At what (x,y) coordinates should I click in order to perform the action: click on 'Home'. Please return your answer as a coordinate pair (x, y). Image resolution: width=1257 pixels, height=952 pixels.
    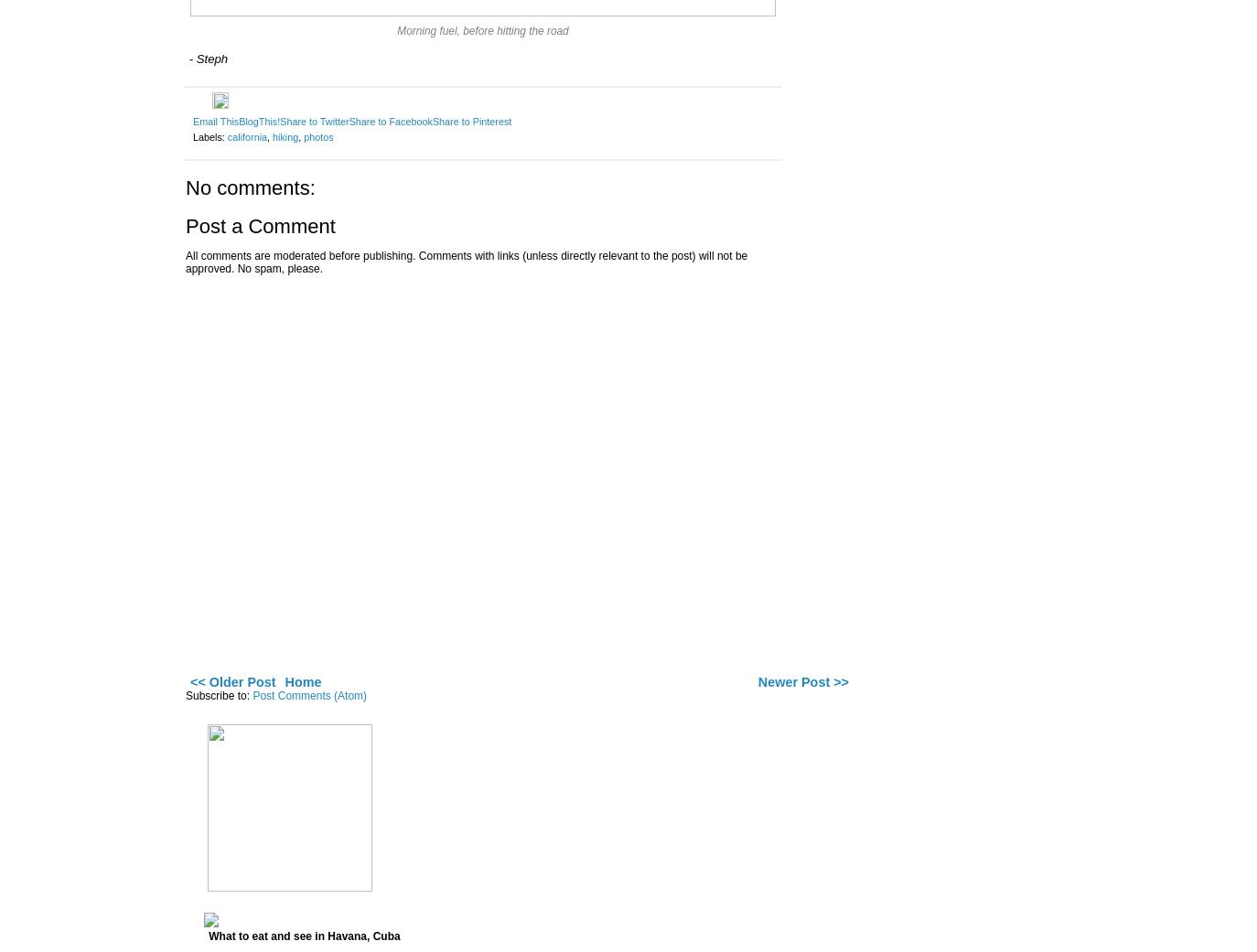
    Looking at the image, I should click on (301, 681).